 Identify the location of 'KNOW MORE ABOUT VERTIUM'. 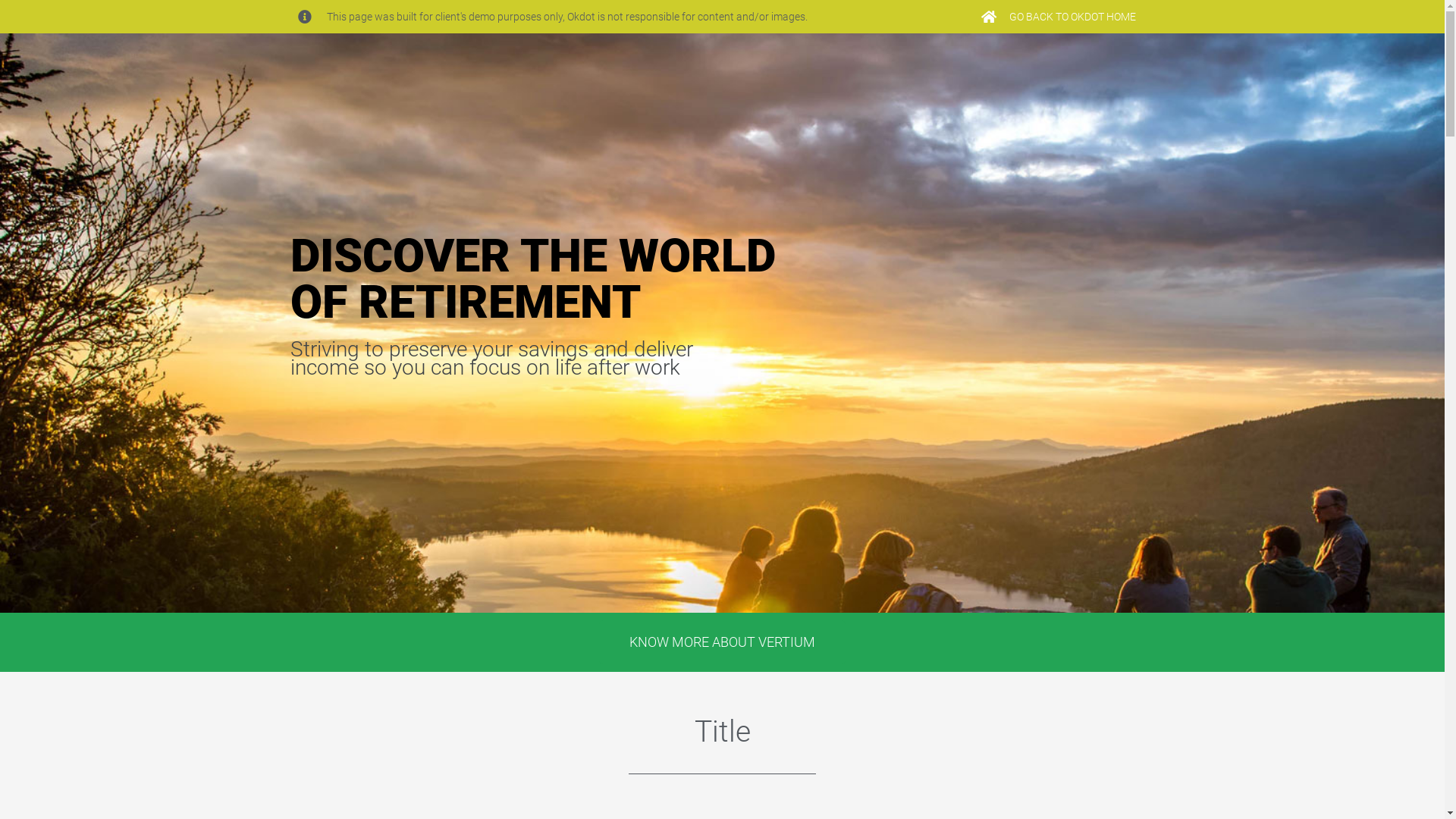
(721, 642).